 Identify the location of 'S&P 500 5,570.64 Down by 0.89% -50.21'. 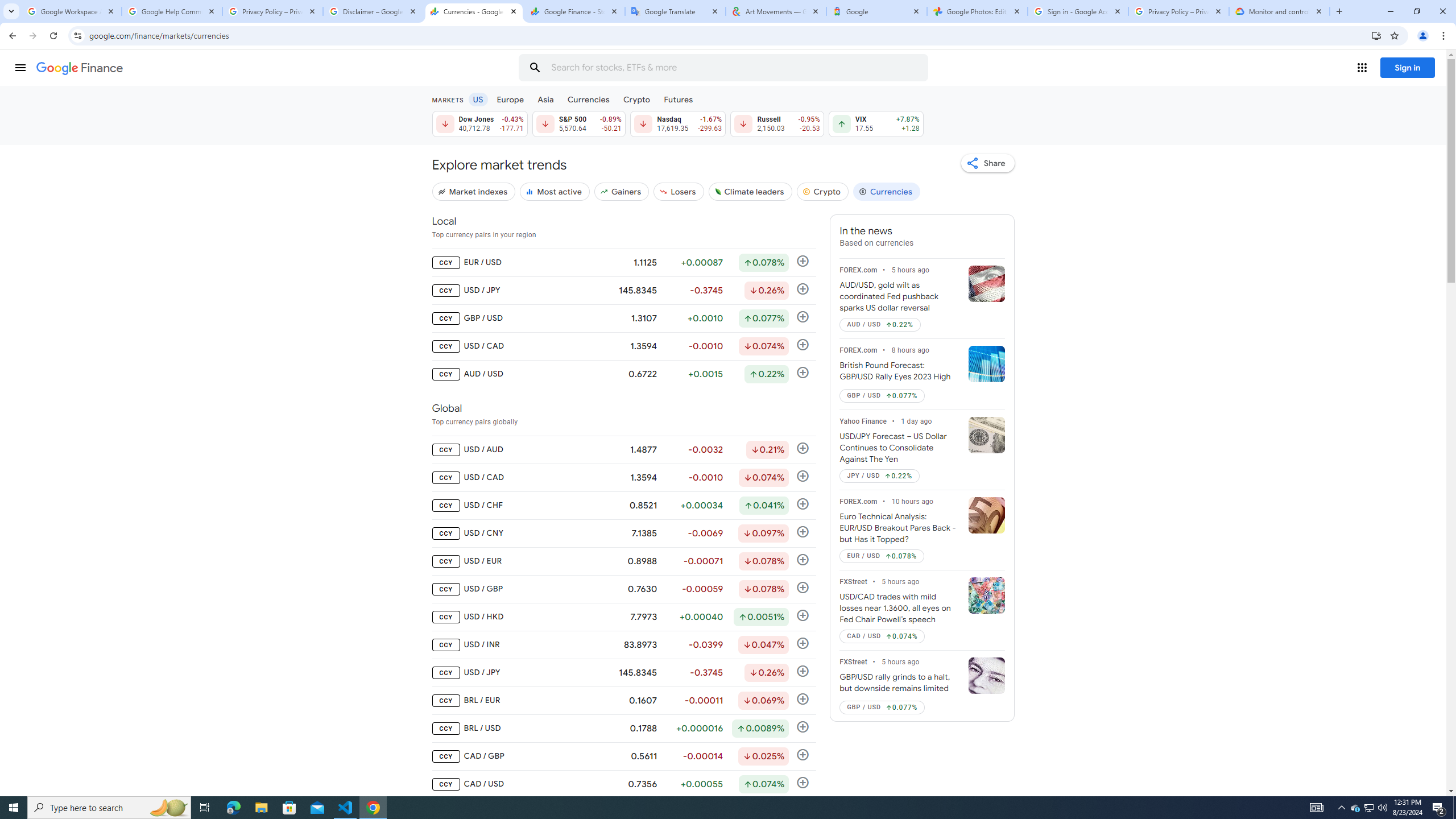
(578, 123).